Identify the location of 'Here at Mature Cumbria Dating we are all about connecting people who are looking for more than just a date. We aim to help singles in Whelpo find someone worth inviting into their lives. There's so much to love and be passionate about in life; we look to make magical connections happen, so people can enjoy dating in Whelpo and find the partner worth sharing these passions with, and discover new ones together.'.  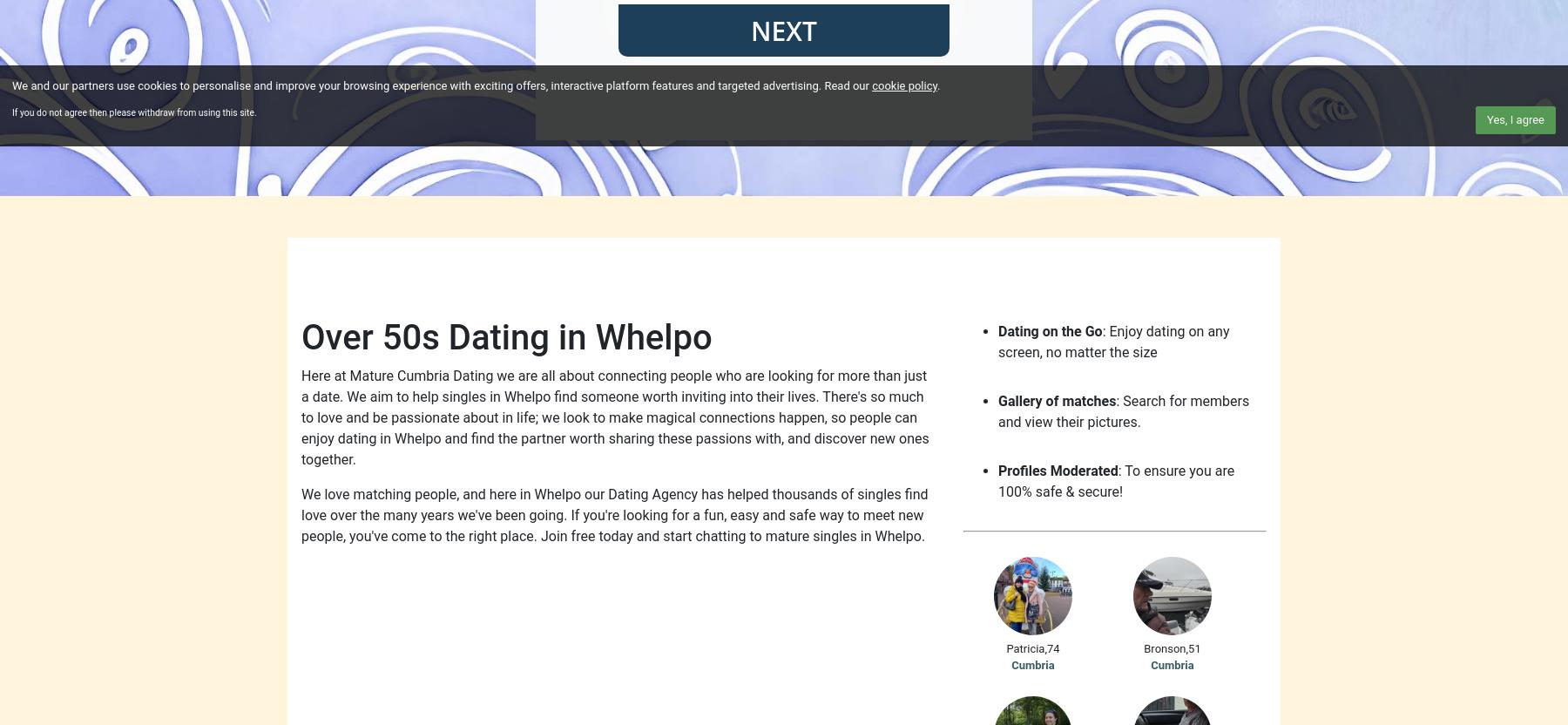
(301, 417).